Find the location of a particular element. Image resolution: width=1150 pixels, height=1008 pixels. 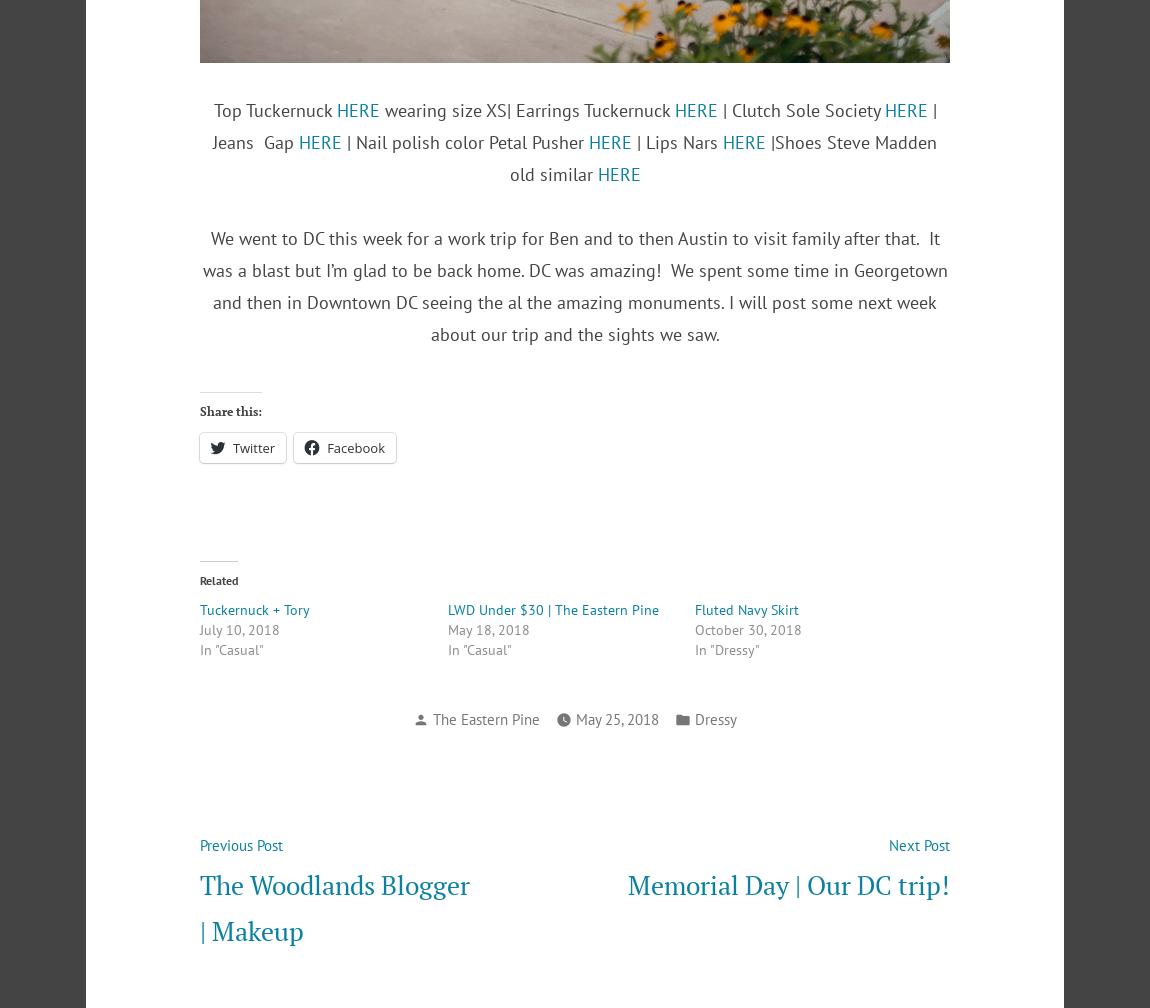

'May 25, 2018' is located at coordinates (616, 718).